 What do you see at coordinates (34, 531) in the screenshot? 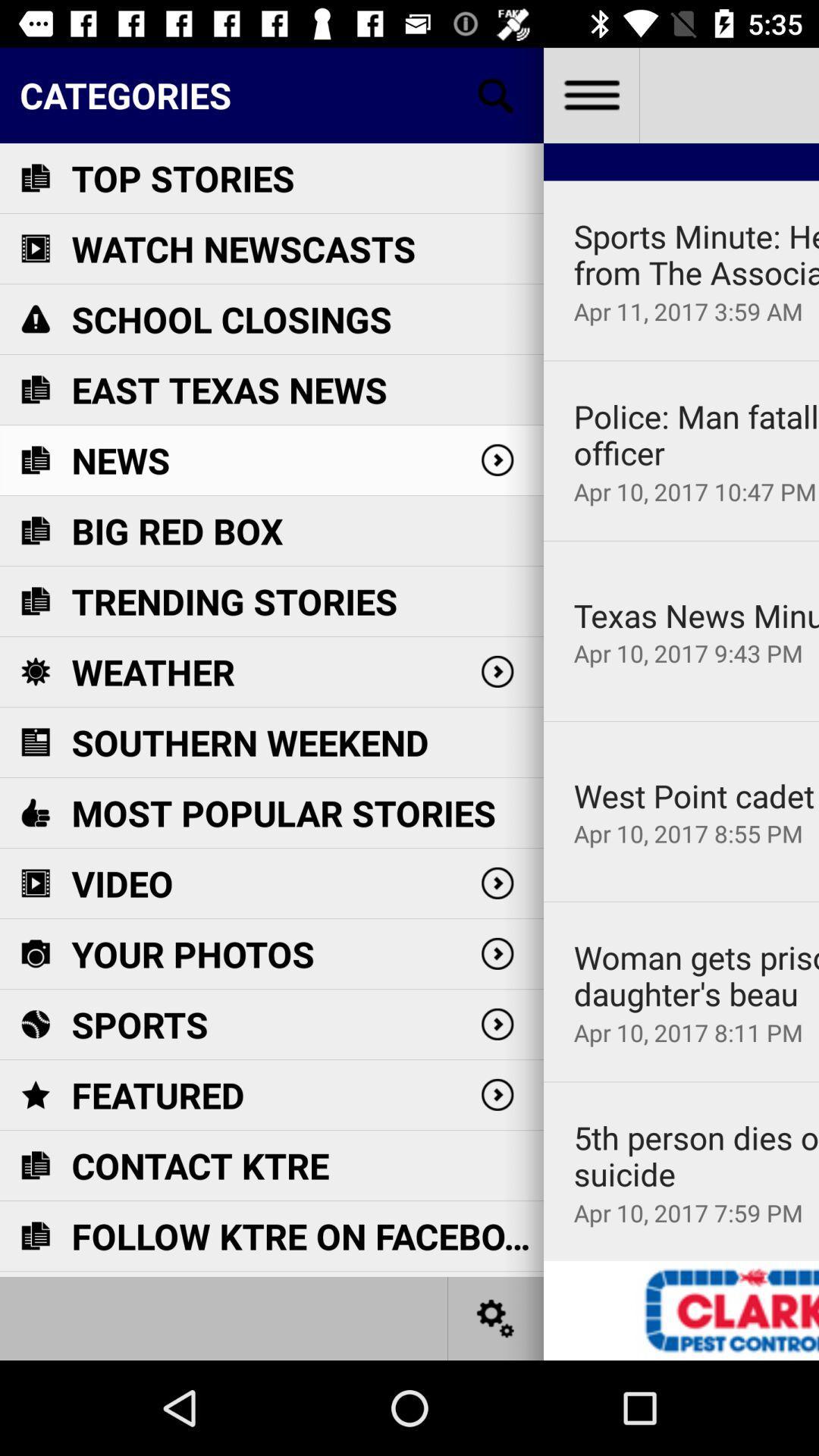
I see `icon left to the text big red box` at bounding box center [34, 531].